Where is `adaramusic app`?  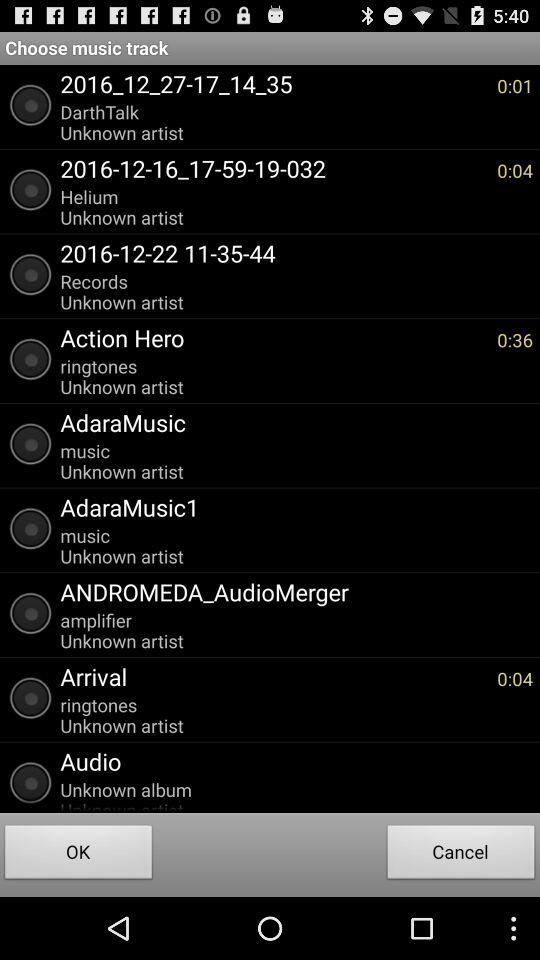
adaramusic app is located at coordinates (290, 422).